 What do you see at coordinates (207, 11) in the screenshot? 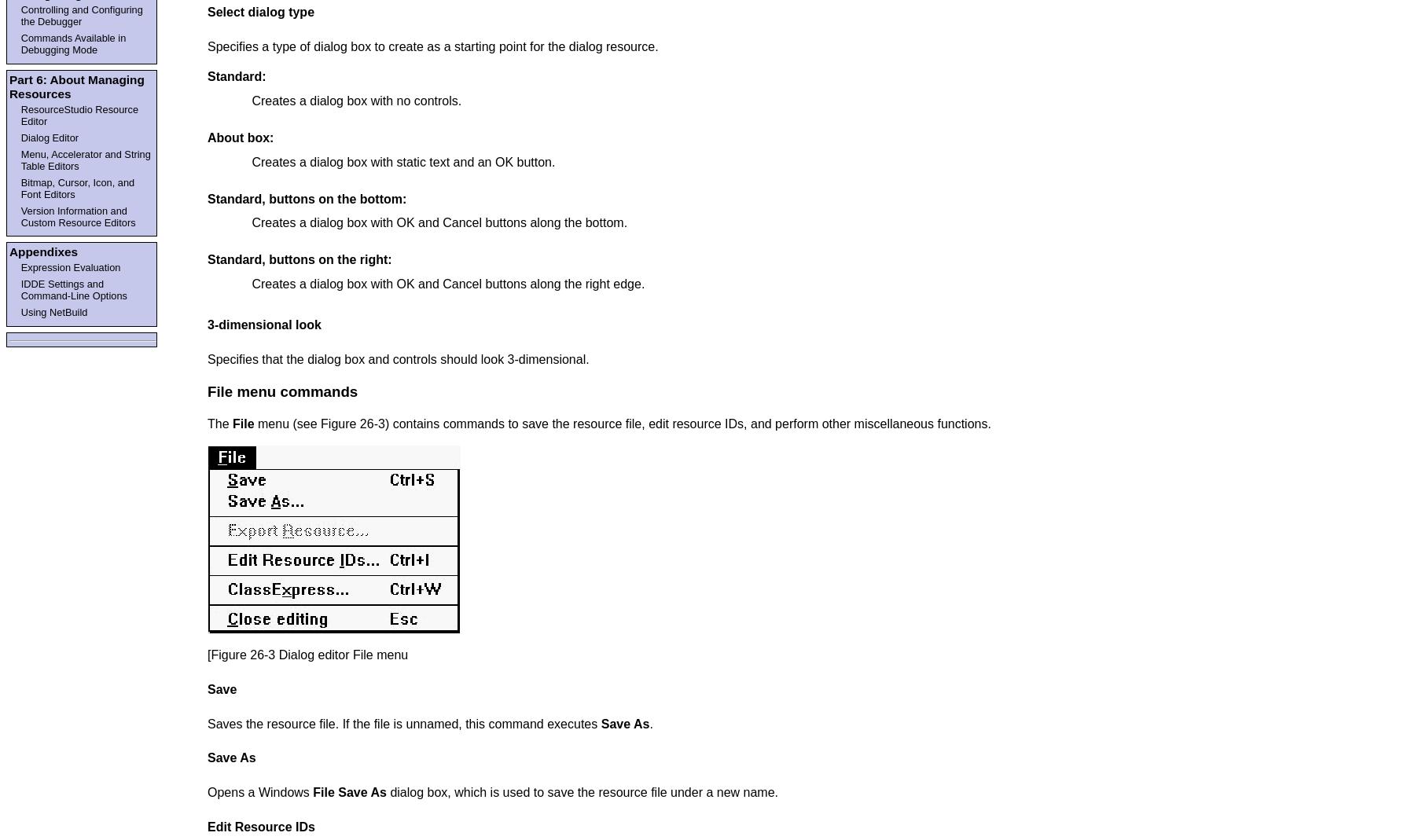
I see `'Select dialog type'` at bounding box center [207, 11].